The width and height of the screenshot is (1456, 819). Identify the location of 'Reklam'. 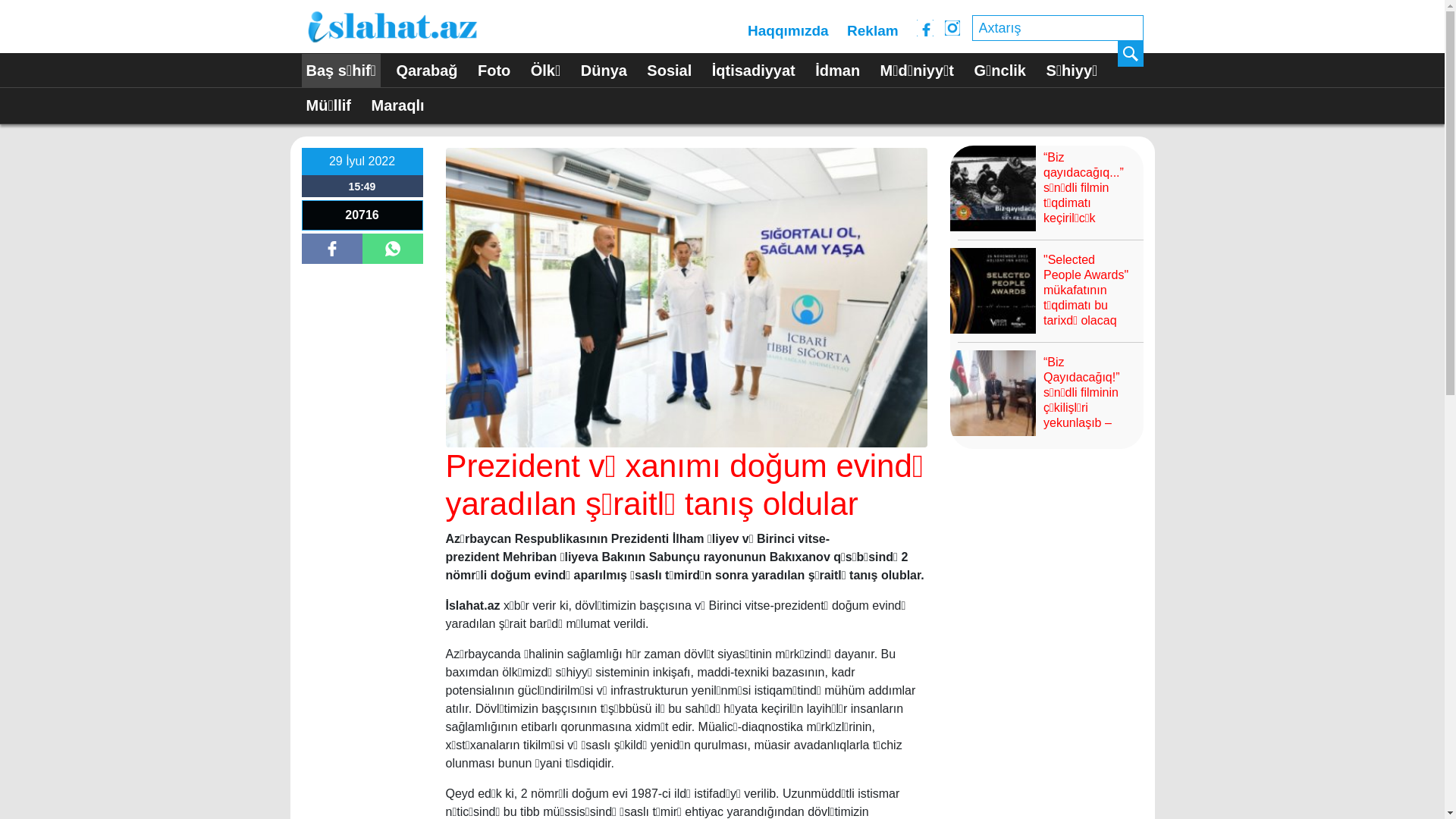
(873, 31).